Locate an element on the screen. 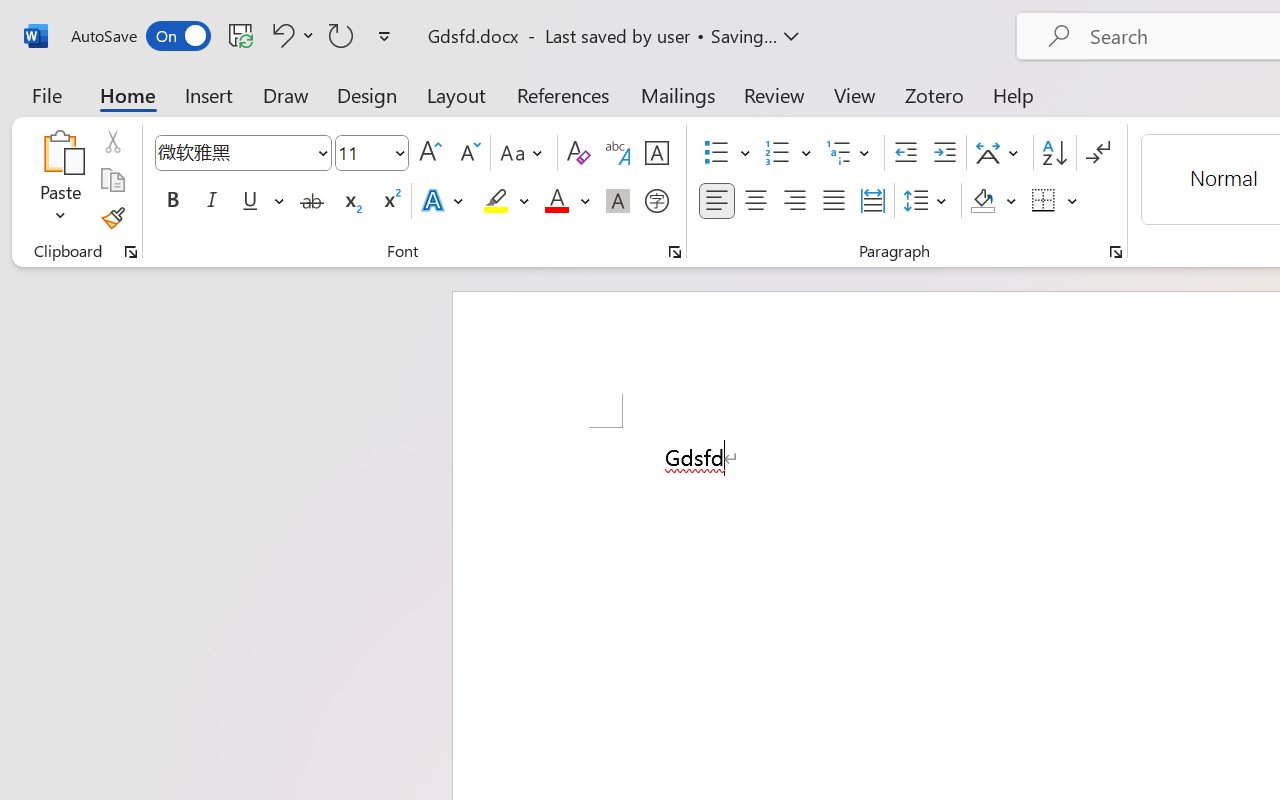 This screenshot has height=800, width=1280. 'Font Color Red' is located at coordinates (556, 201).